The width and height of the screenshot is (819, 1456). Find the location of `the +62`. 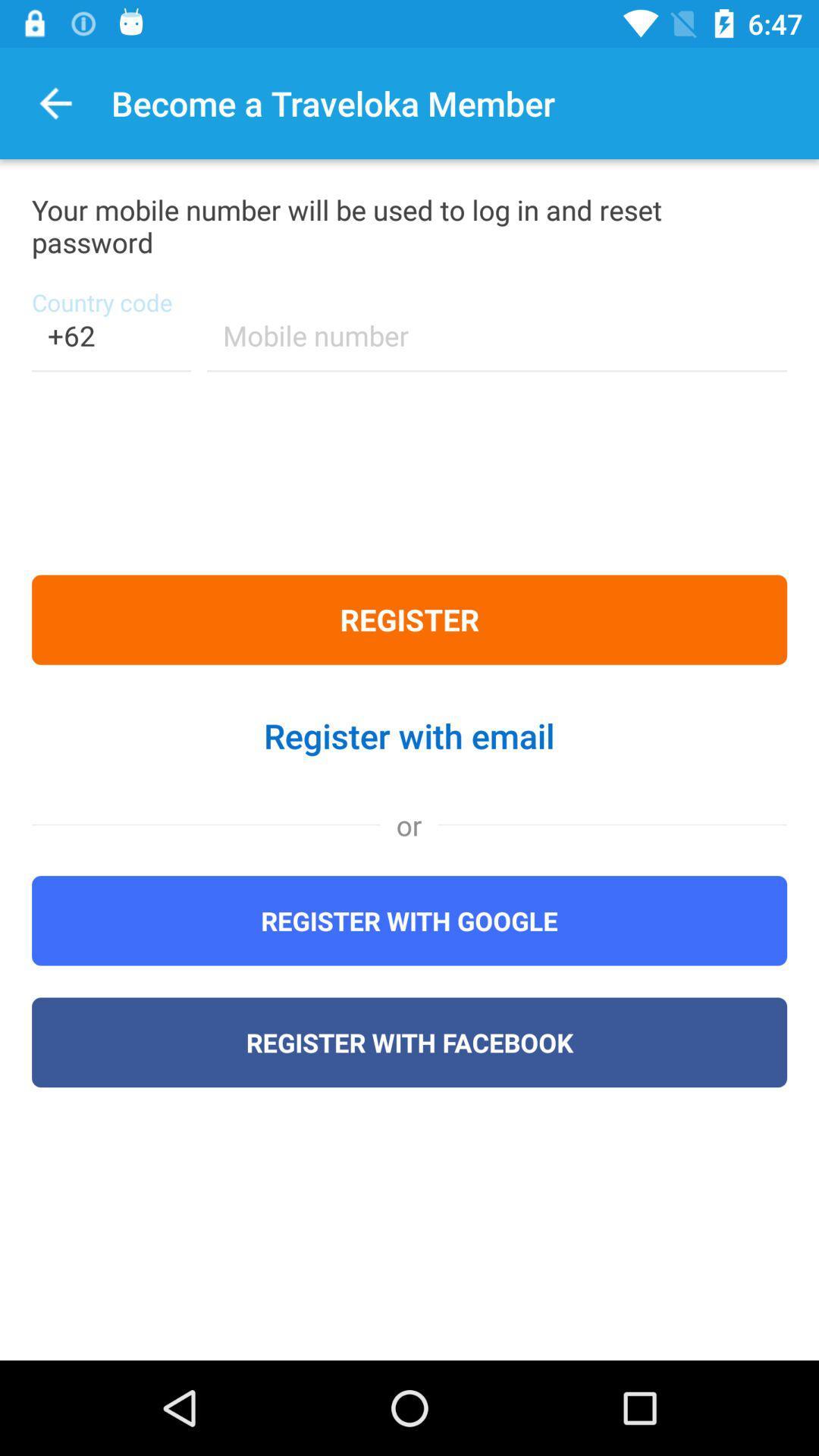

the +62 is located at coordinates (110, 344).